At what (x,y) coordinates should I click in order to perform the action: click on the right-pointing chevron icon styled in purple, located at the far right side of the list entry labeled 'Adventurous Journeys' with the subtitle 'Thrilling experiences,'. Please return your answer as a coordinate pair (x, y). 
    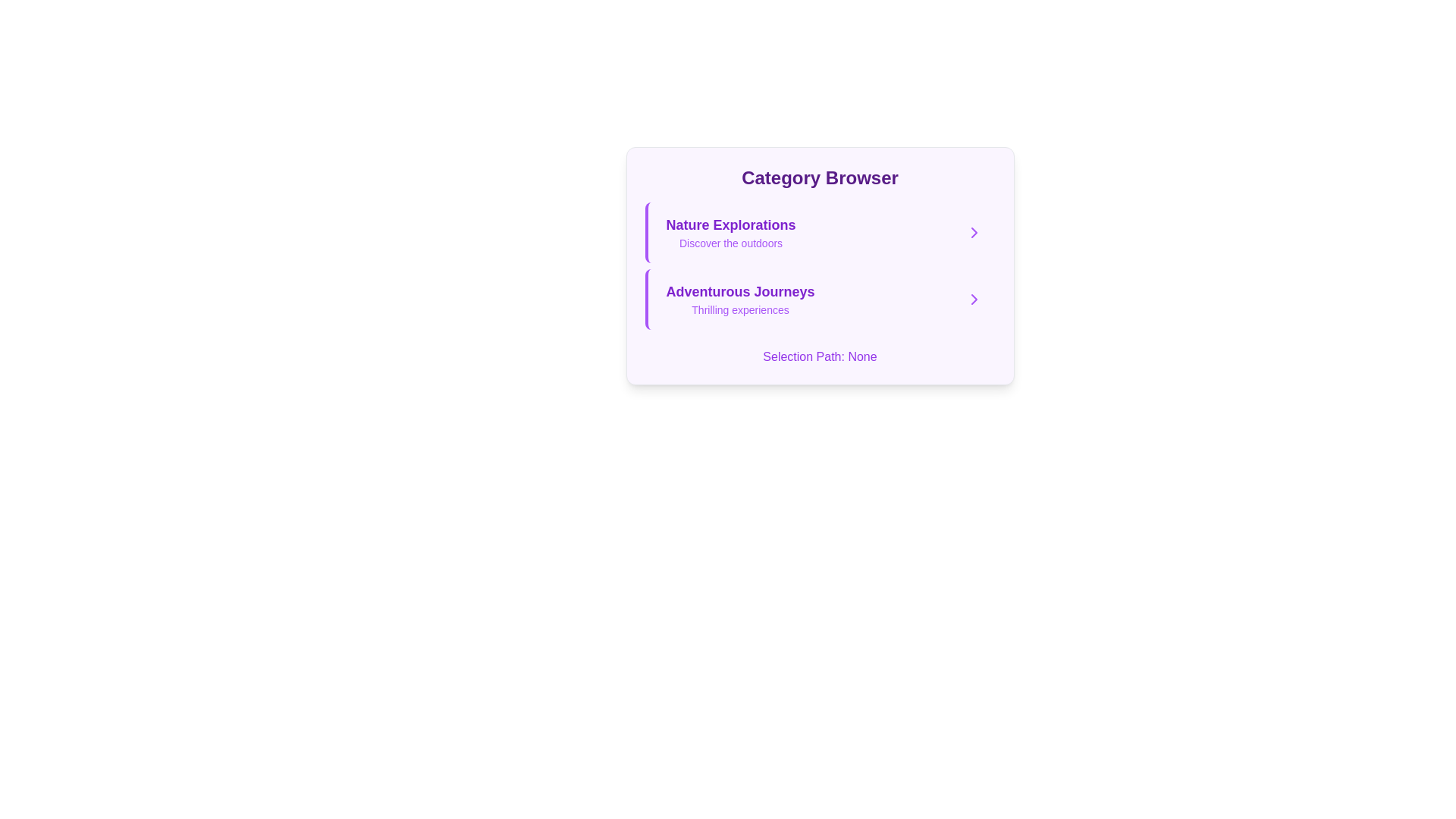
    Looking at the image, I should click on (974, 299).